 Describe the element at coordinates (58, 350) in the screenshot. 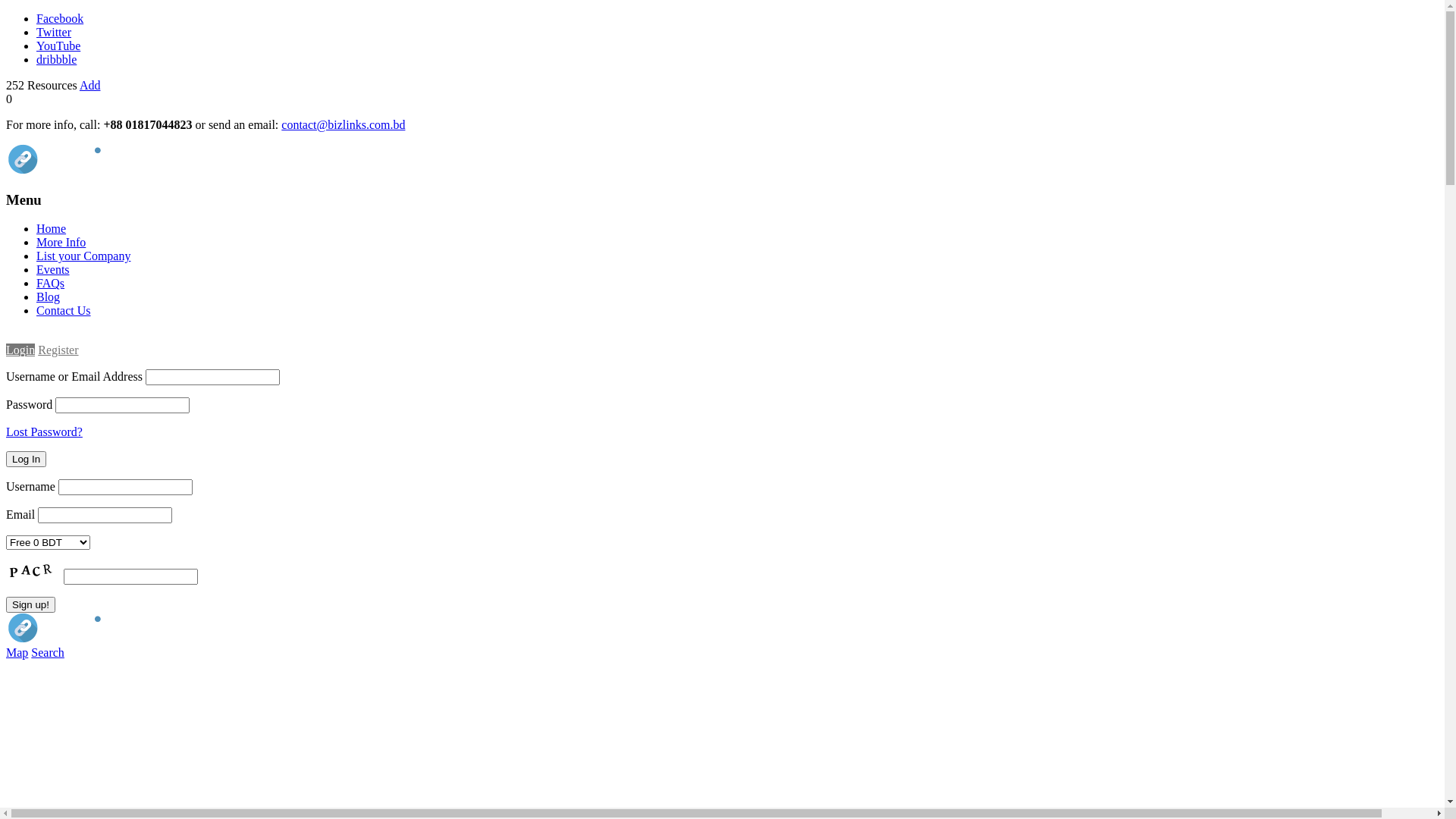

I see `'Register'` at that location.